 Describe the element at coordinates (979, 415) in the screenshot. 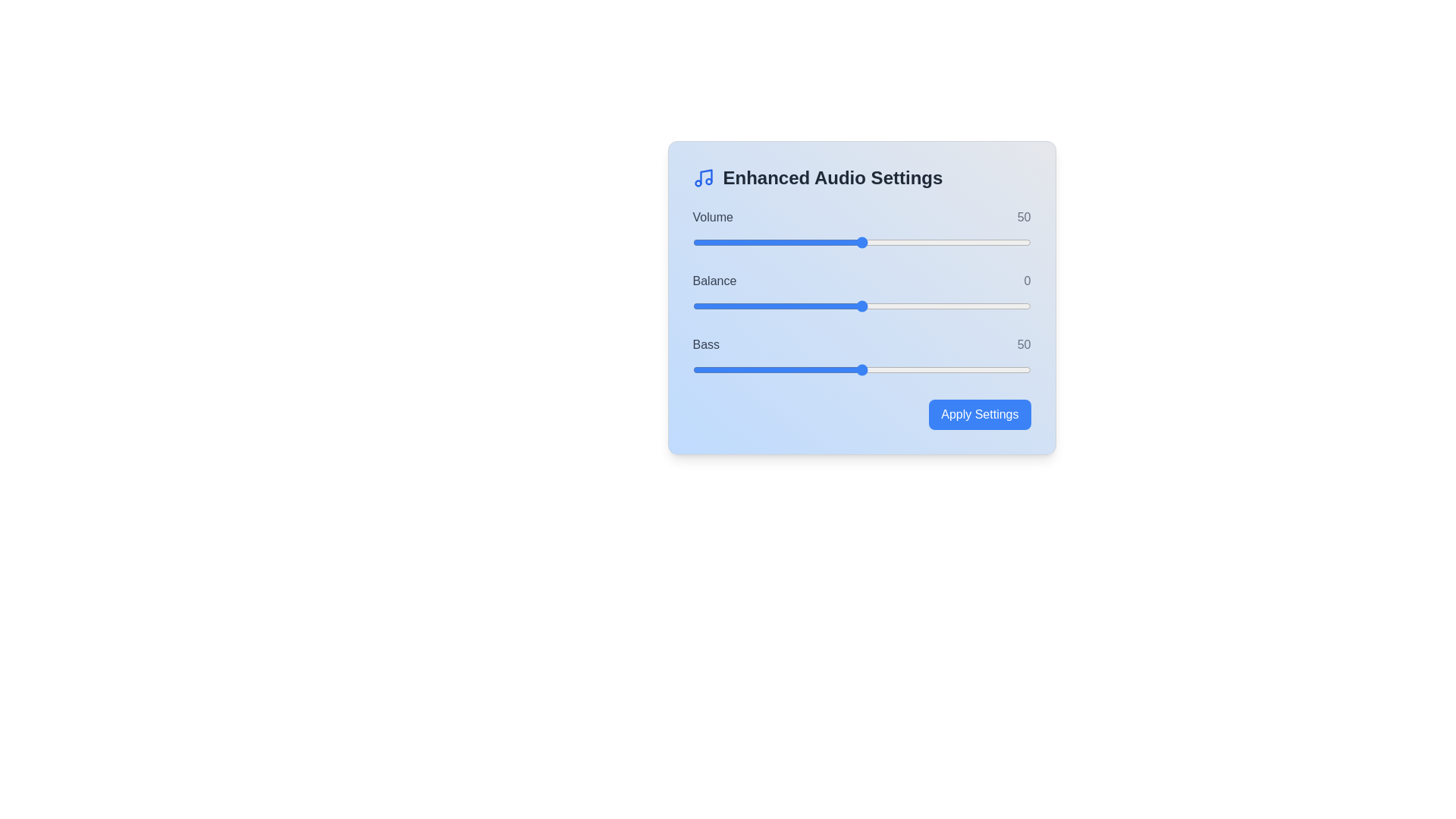

I see `the 'Apply Settings' button` at that location.